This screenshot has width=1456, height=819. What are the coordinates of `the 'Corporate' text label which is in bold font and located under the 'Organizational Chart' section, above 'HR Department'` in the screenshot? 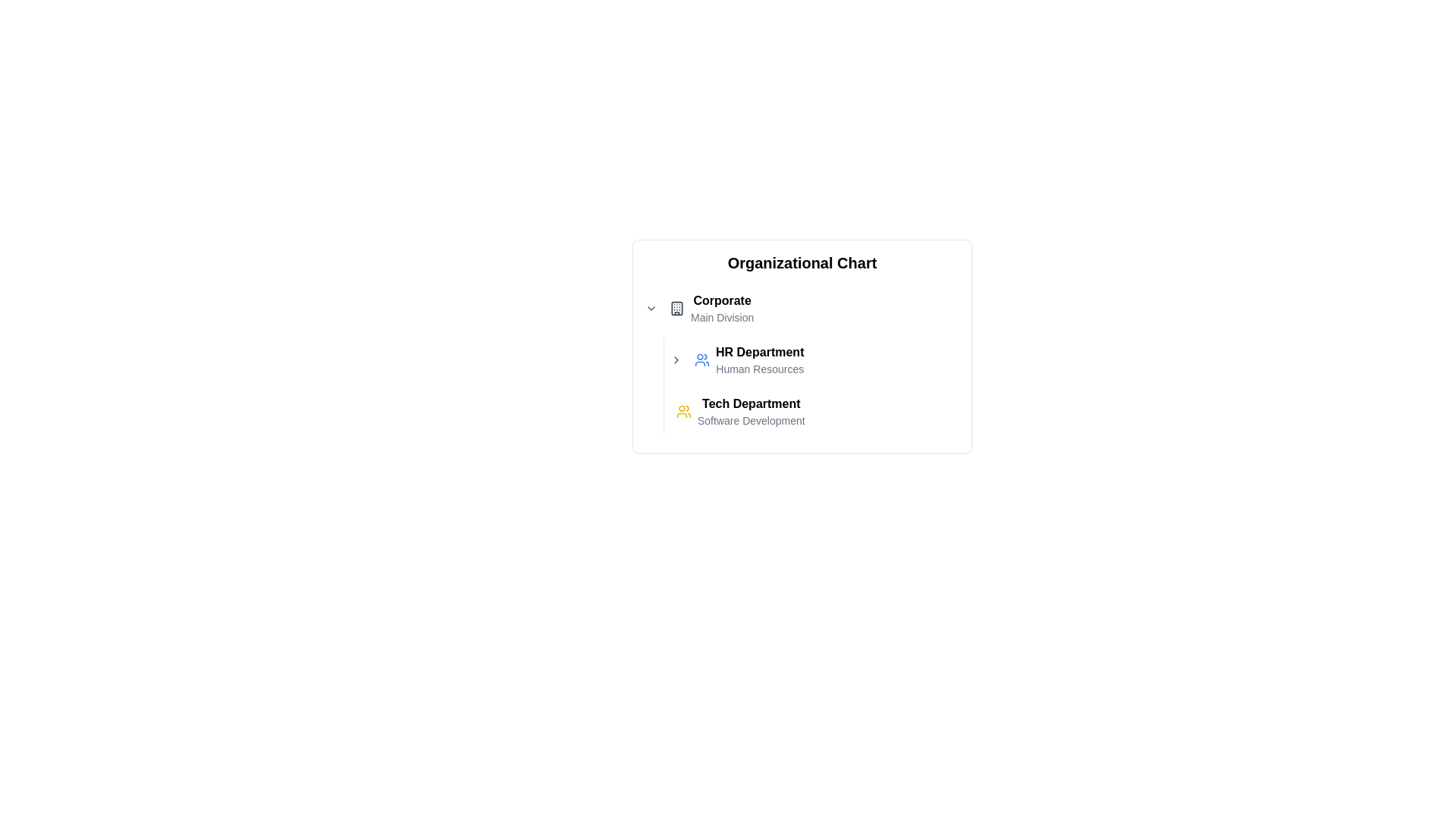 It's located at (721, 308).